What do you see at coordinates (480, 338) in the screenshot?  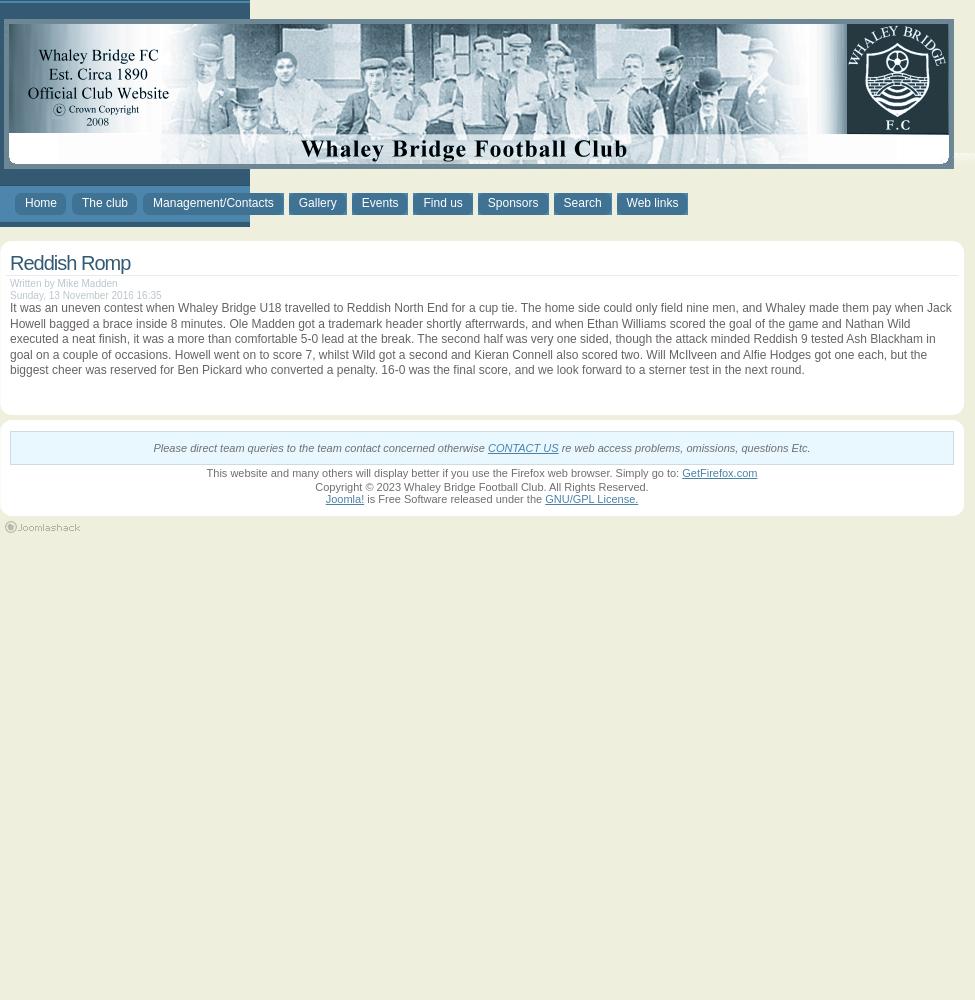 I see `'It was an uneven contest when Whaley Bridge U18 travelled to Reddish North End for a cup tie.



The home side could only field nine men, and Whaley made them pay when Jack Howell bagged a brace inside 8 minutes. Ole Madden got a trademark header shortly afterrwards, and when Ethan Williams scored the goal of the game and Nathan Wild executed a neat finish, it was a more than comfortable 5-0 lead at the break. The second half was very one sided, though the attack minded Reddish 9 tested Ash Blackham in goal on a couple of occasions. Howell went on to score 7, whilst Wild got a second and Kieran Connell also scored two. Will McIlveen and Alfie Hodges got one each, but the biggest cheer was reserved for Ben Pickard who converted a penalty. 16-0 was the final score, and we look forward to a sterner test in the next round.'` at bounding box center [480, 338].